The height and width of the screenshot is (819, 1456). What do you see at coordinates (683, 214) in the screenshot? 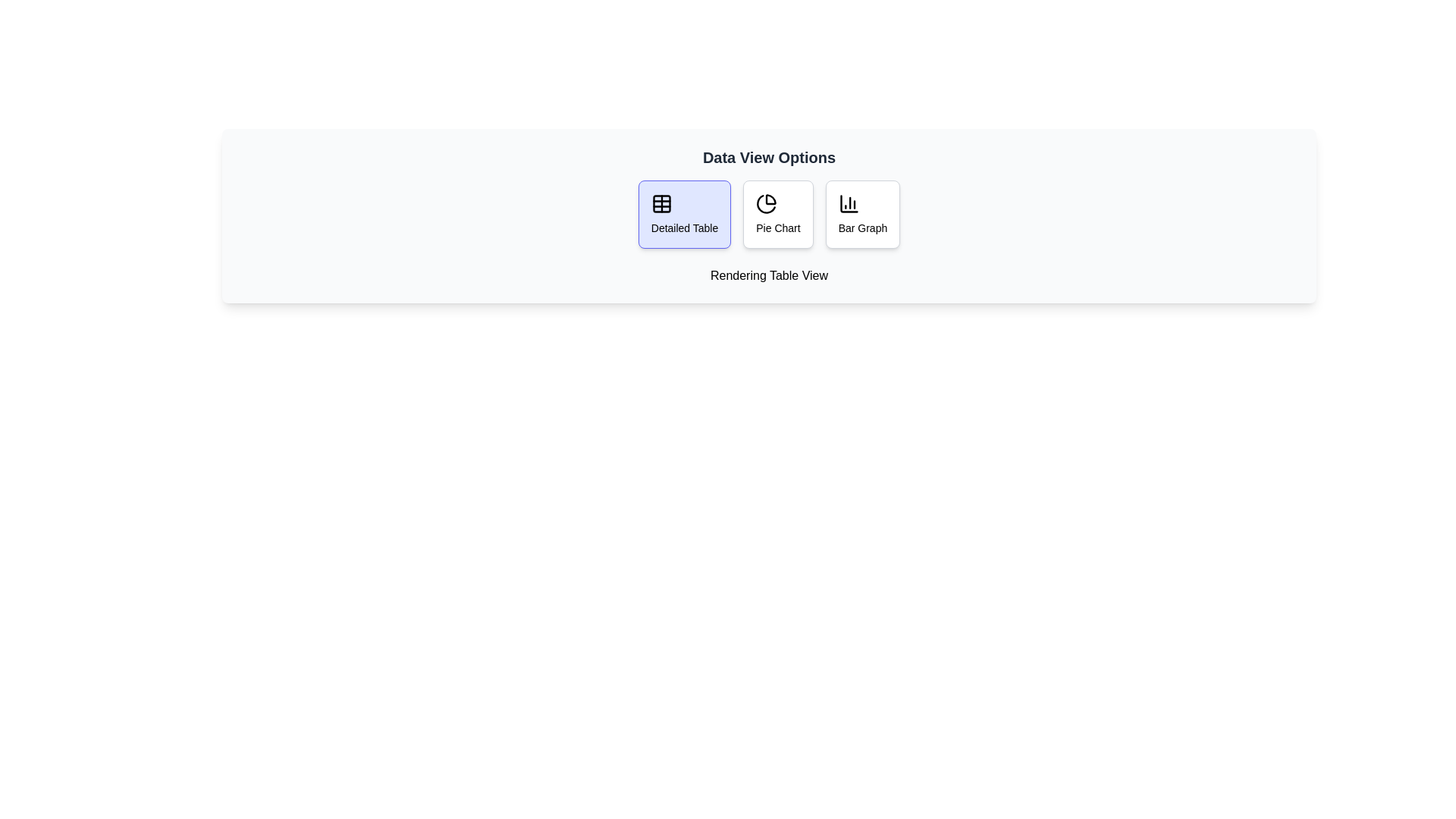
I see `the Detailed Table button to preview its effect` at bounding box center [683, 214].